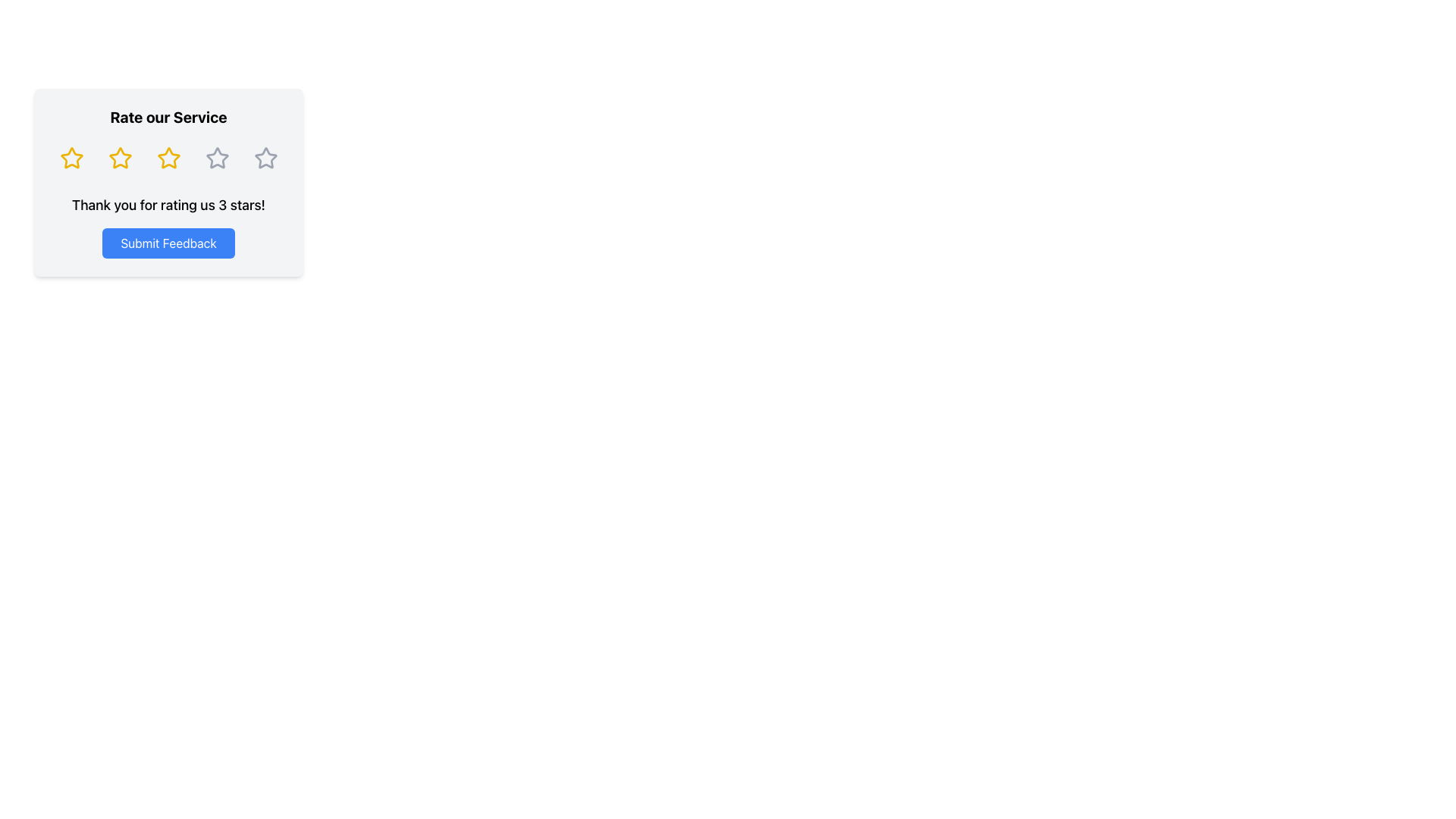 The height and width of the screenshot is (819, 1456). What do you see at coordinates (216, 158) in the screenshot?
I see `the third star icon in the row of five stars, located beneath the 'Rate our Service' heading` at bounding box center [216, 158].